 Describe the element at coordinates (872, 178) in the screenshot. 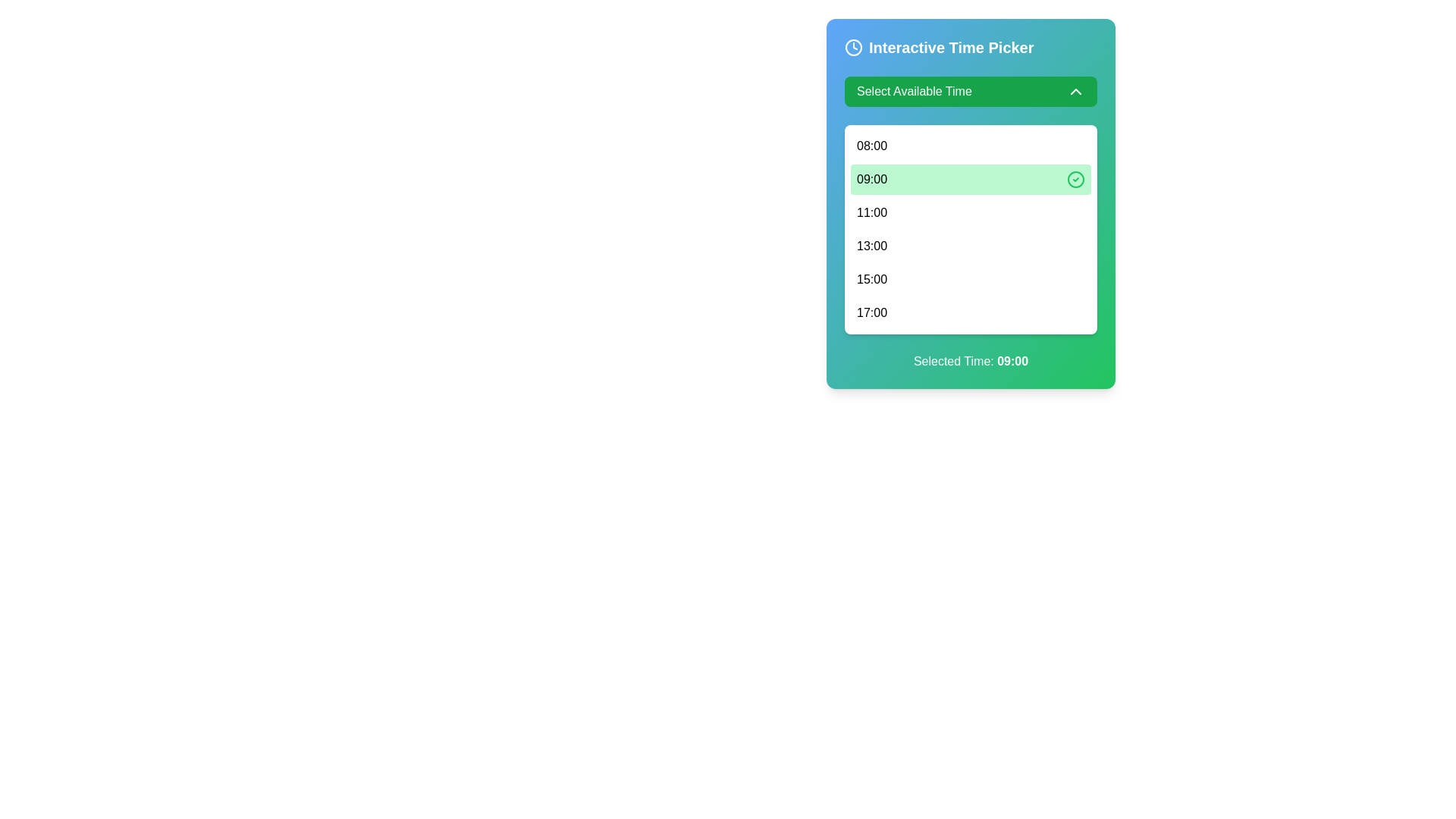

I see `the text display showing the time '09:00' located within a rounded green background in the time selection interface` at that location.